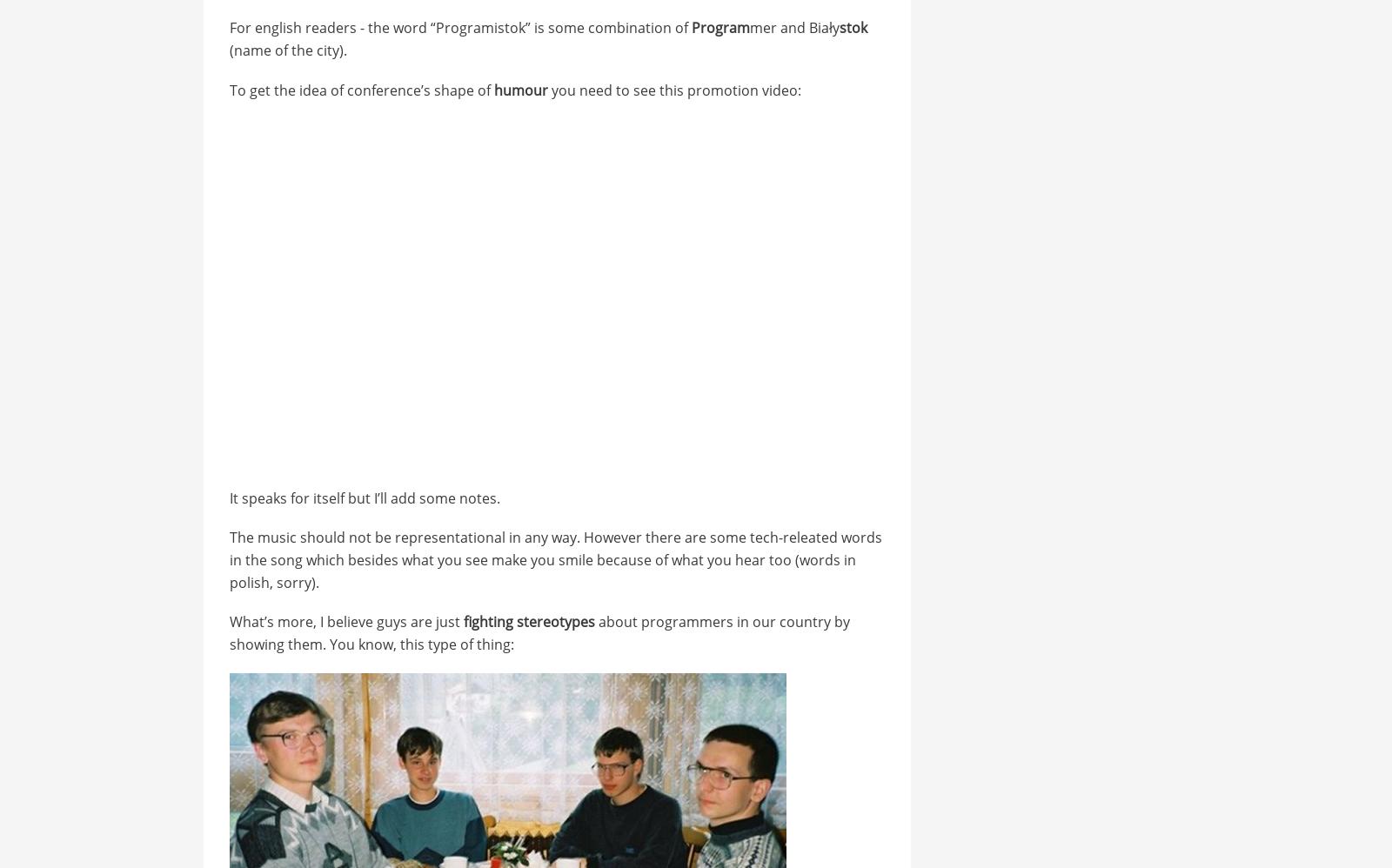 The height and width of the screenshot is (868, 1392). What do you see at coordinates (793, 28) in the screenshot?
I see `'mer and Biały'` at bounding box center [793, 28].